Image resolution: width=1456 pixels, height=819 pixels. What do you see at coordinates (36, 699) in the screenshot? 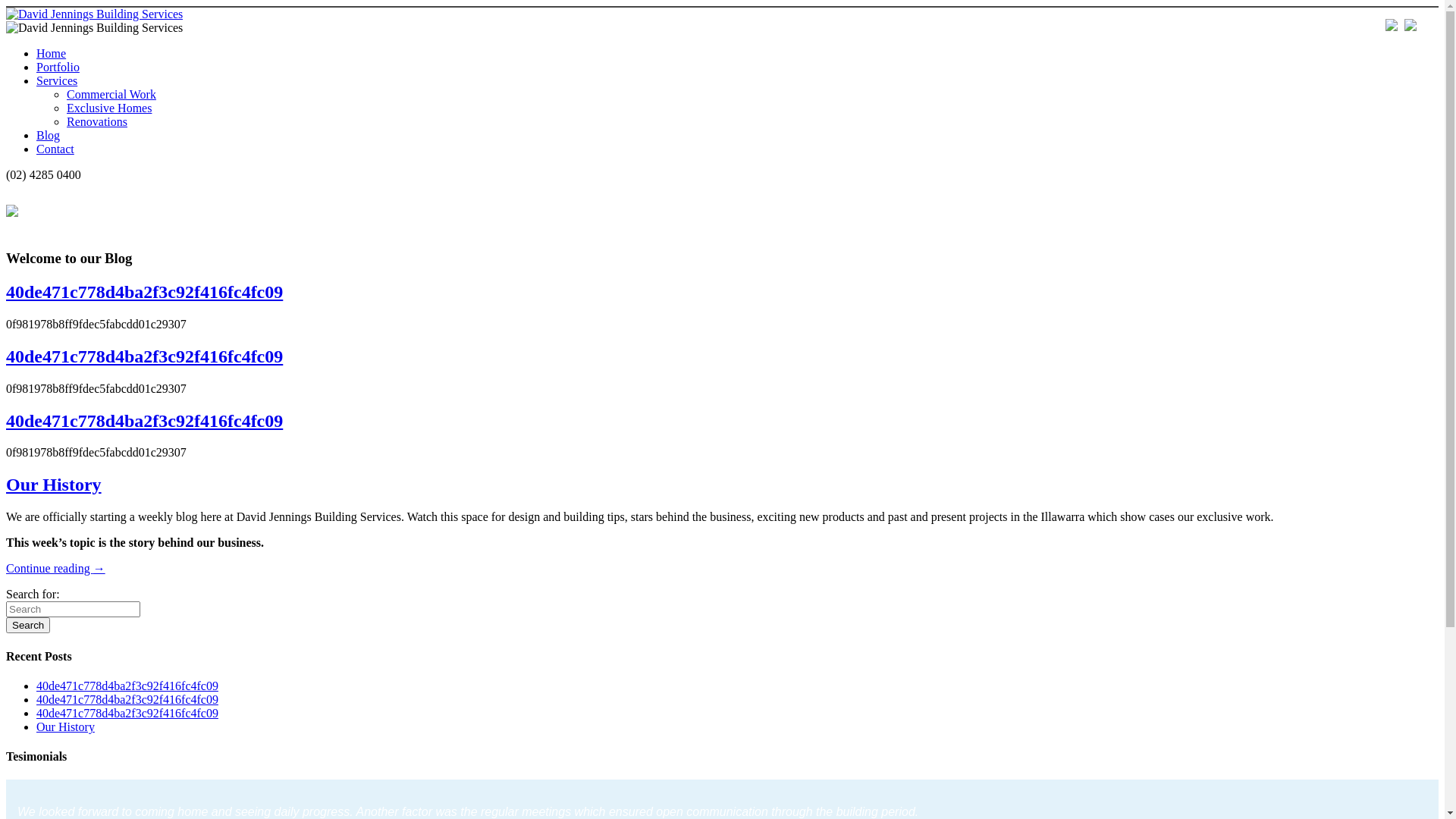
I see `'40de471c778d4ba2f3c92f416fc4fc09'` at bounding box center [36, 699].